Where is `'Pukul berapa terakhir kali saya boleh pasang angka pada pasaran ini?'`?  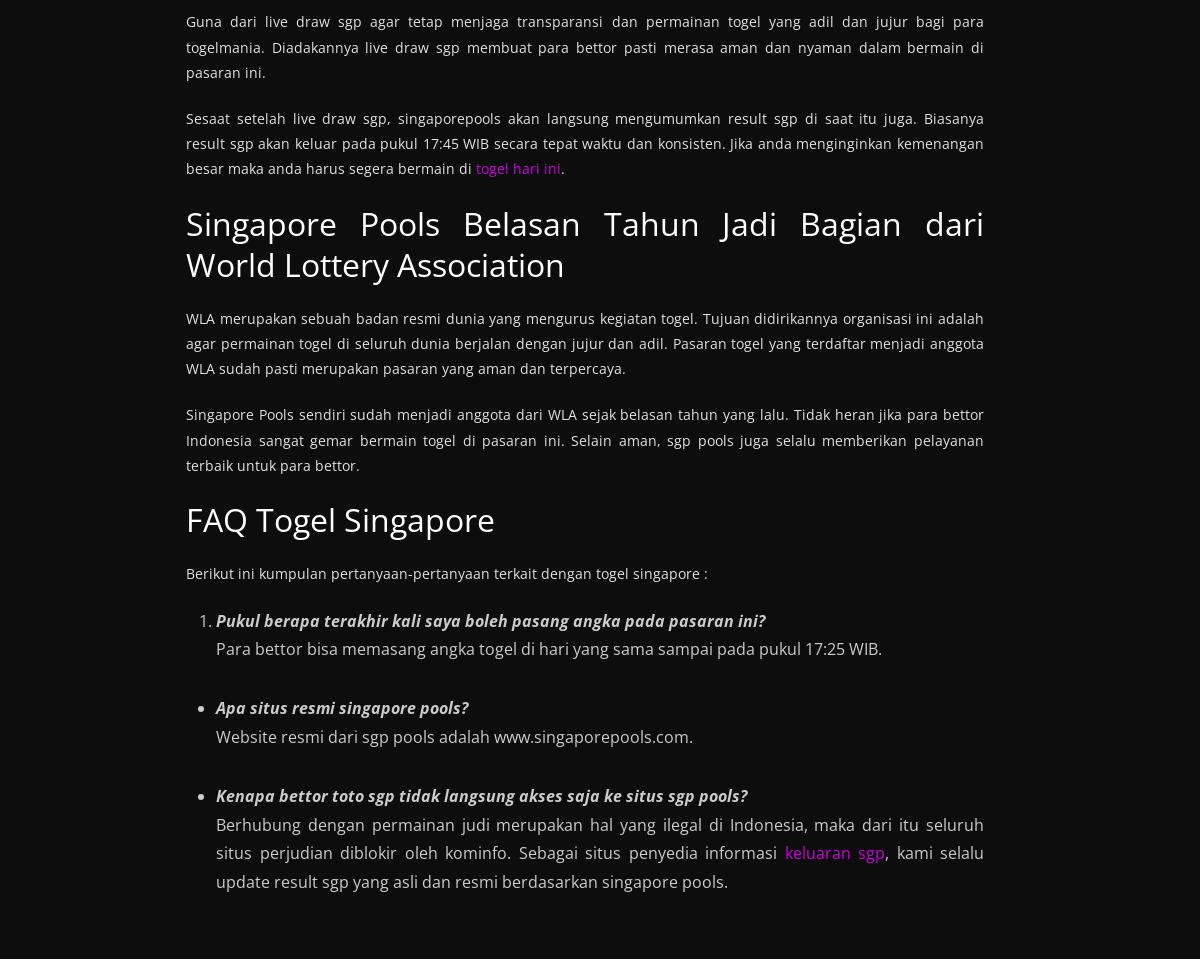 'Pukul berapa terakhir kali saya boleh pasang angka pada pasaran ini?' is located at coordinates (215, 619).